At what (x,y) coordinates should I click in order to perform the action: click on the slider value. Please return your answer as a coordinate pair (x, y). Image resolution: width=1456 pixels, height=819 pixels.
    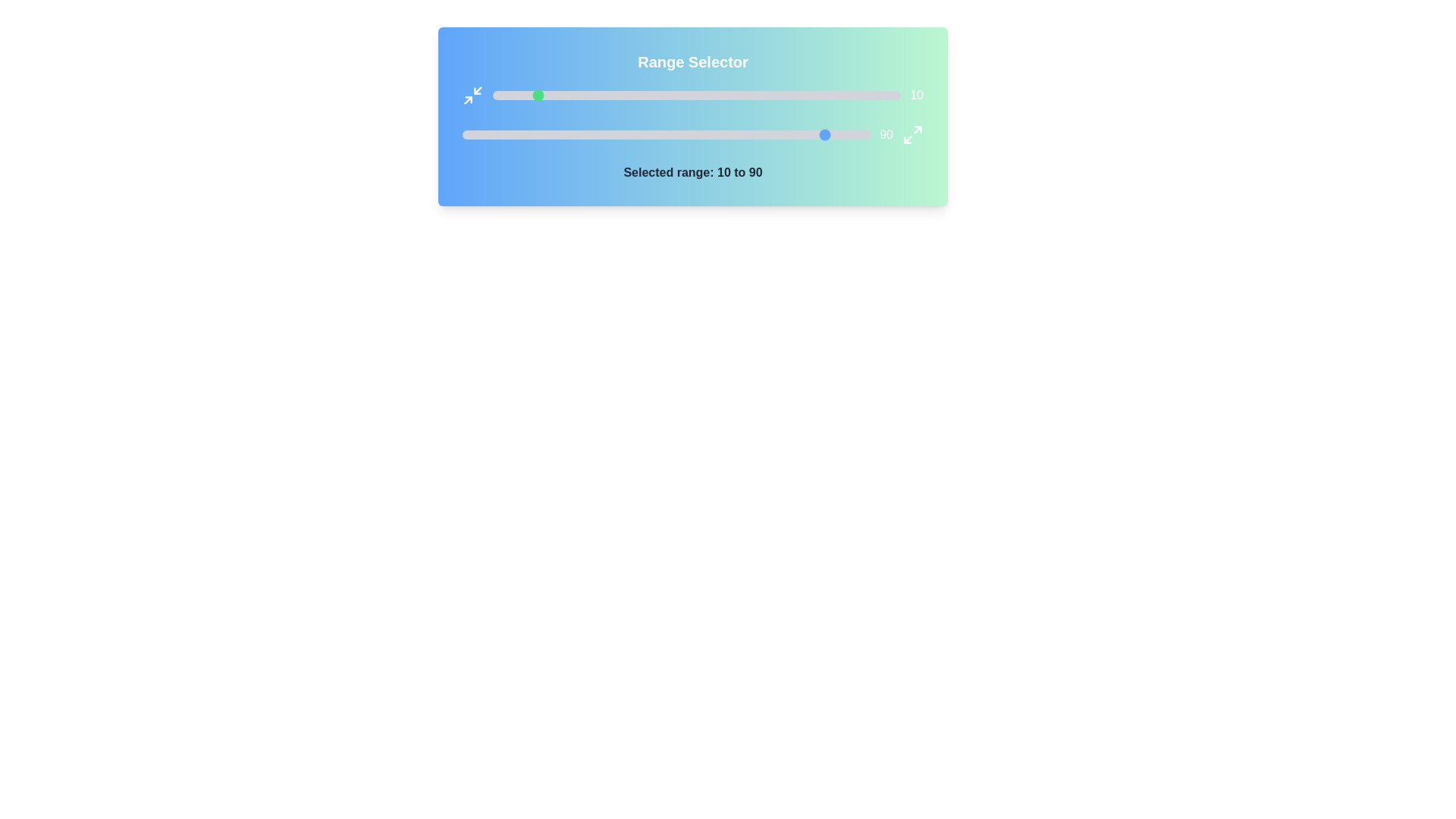
    Looking at the image, I should click on (629, 133).